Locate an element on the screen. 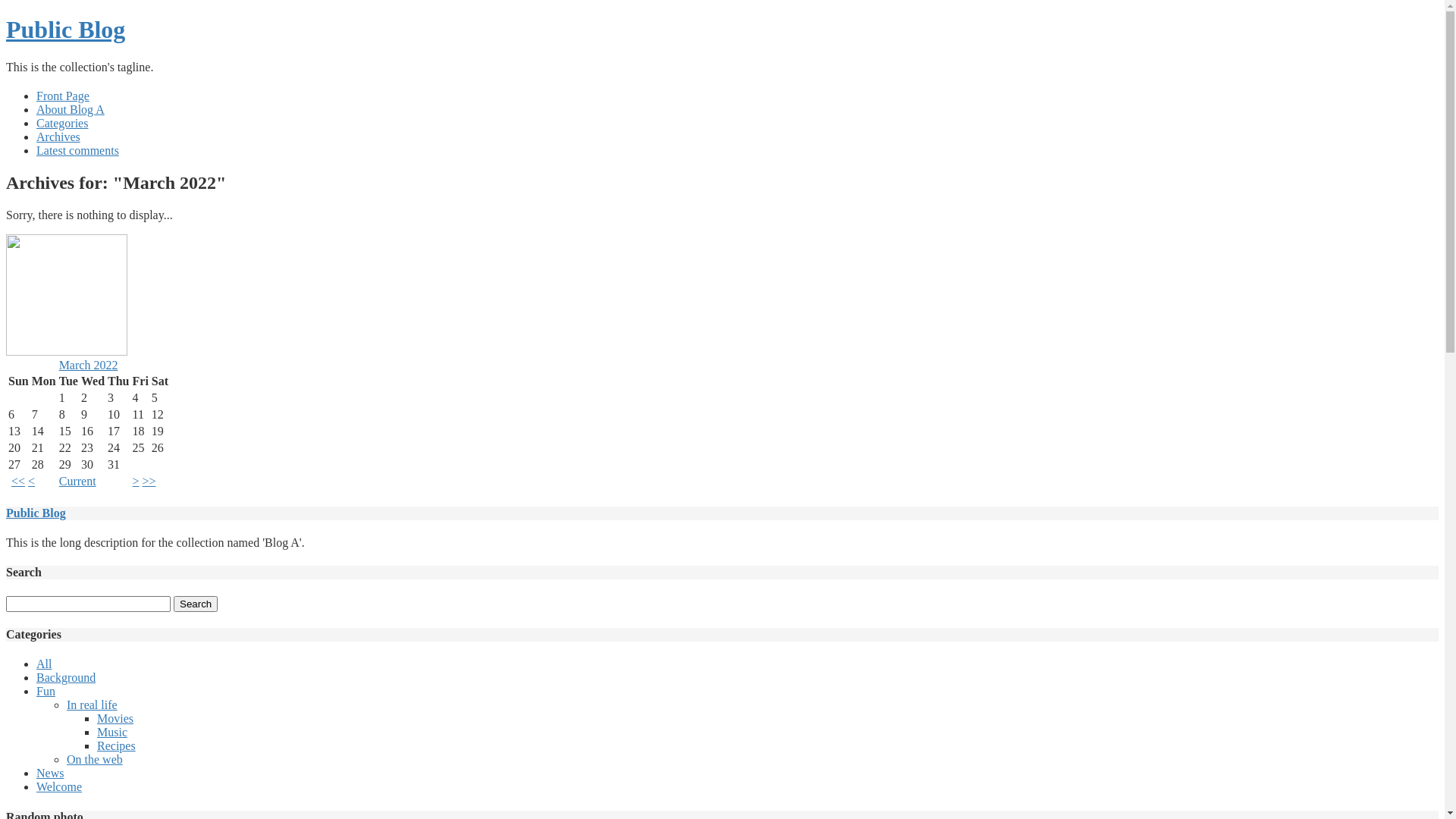  'Archives' is located at coordinates (58, 136).